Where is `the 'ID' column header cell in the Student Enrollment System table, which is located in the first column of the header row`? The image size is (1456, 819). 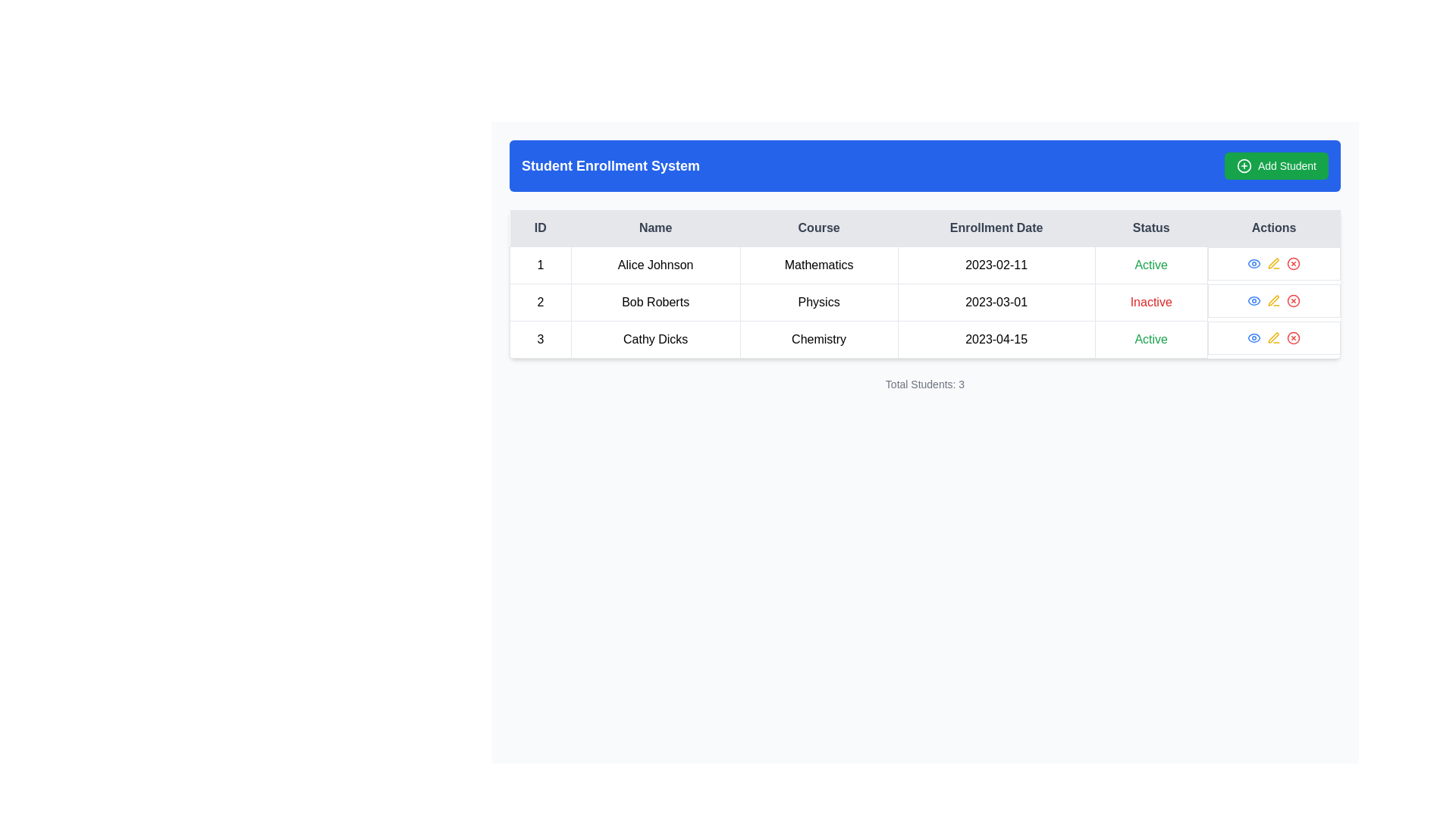 the 'ID' column header cell in the Student Enrollment System table, which is located in the first column of the header row is located at coordinates (540, 228).